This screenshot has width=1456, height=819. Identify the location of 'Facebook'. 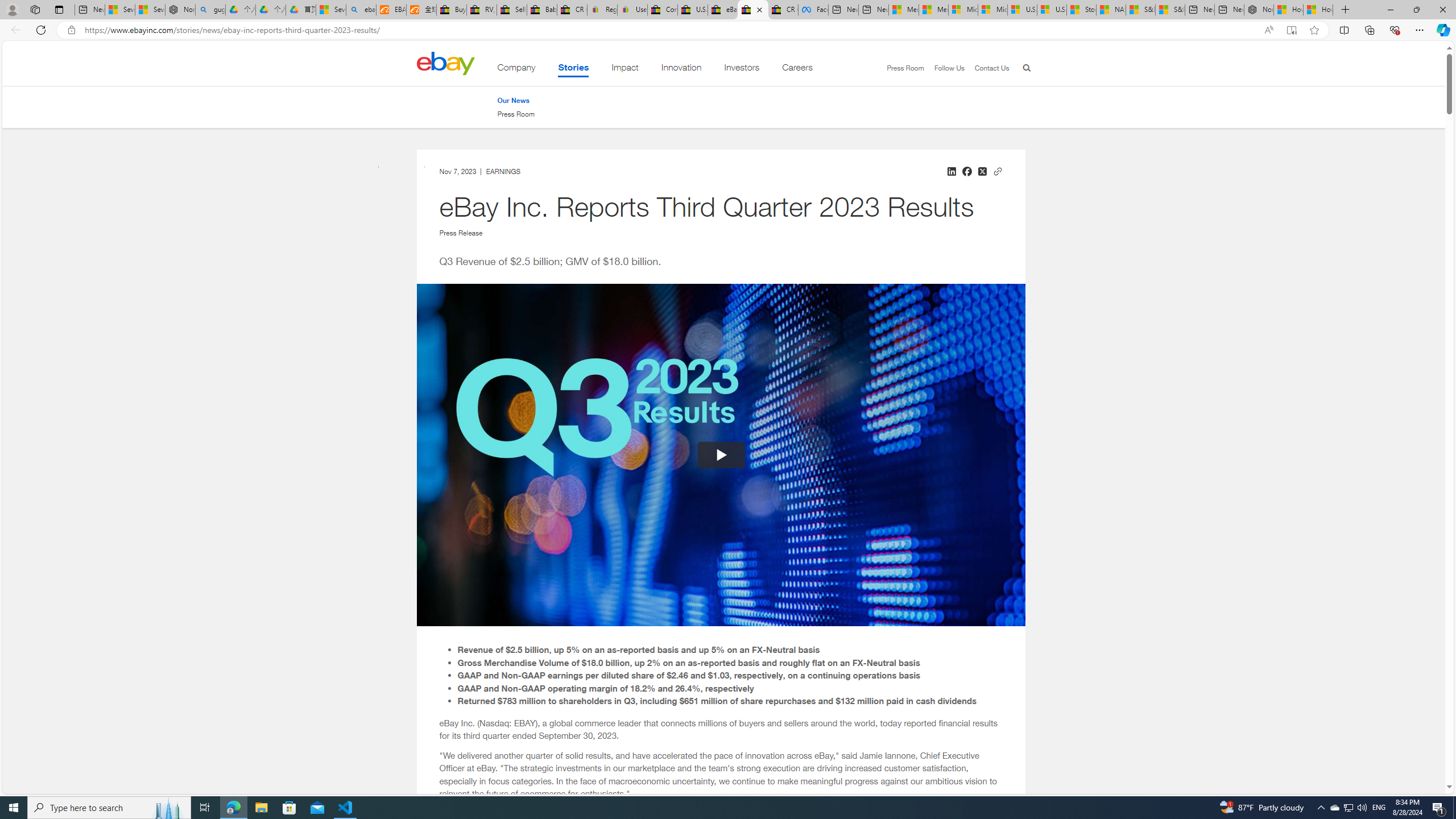
(812, 9).